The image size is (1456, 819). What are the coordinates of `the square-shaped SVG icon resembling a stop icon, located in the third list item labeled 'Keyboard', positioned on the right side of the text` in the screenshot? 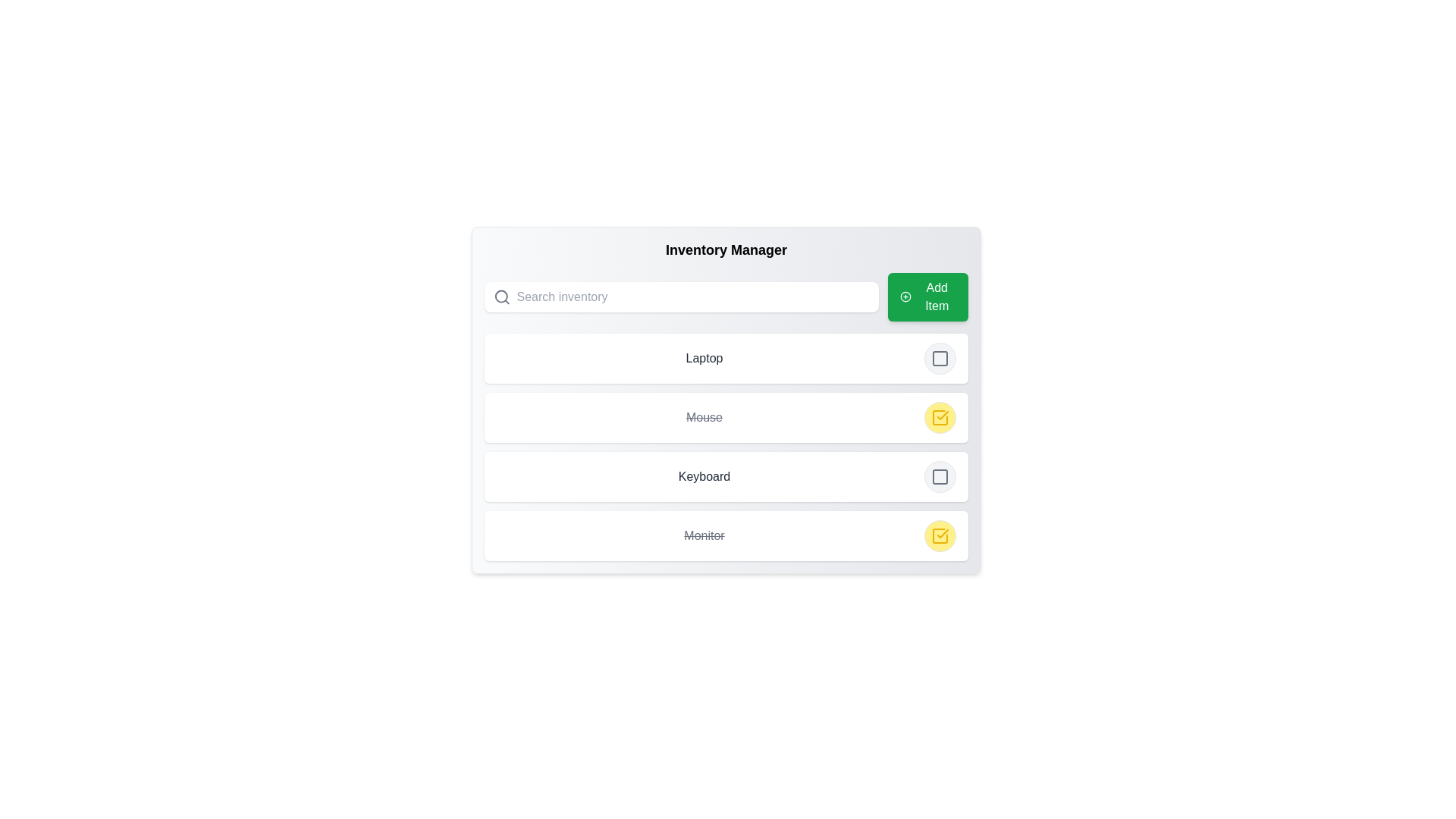 It's located at (939, 475).